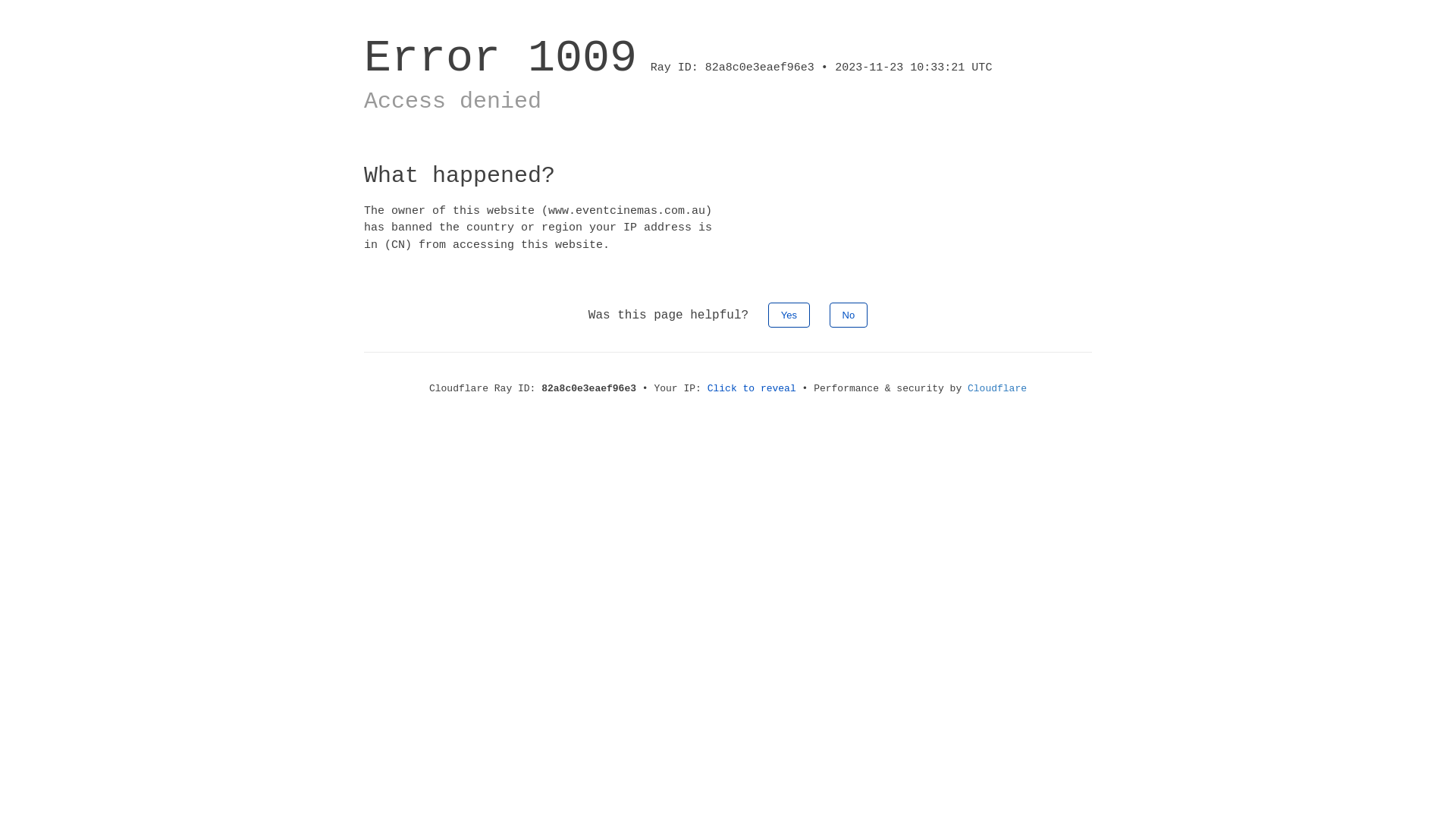 The width and height of the screenshot is (1456, 819). I want to click on 'No', so click(848, 314).